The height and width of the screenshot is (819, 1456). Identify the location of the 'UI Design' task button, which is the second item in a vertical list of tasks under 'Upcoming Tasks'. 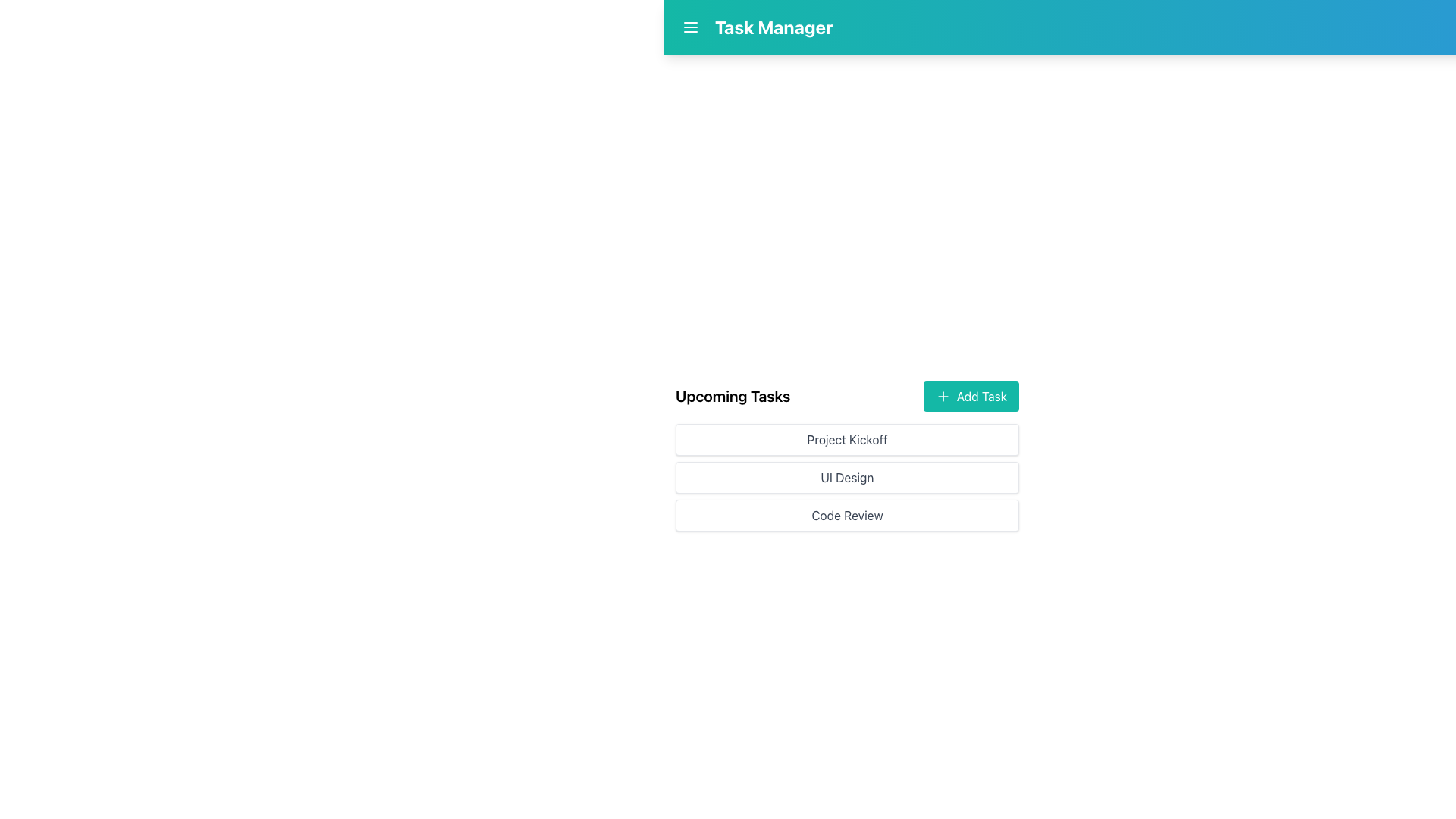
(846, 476).